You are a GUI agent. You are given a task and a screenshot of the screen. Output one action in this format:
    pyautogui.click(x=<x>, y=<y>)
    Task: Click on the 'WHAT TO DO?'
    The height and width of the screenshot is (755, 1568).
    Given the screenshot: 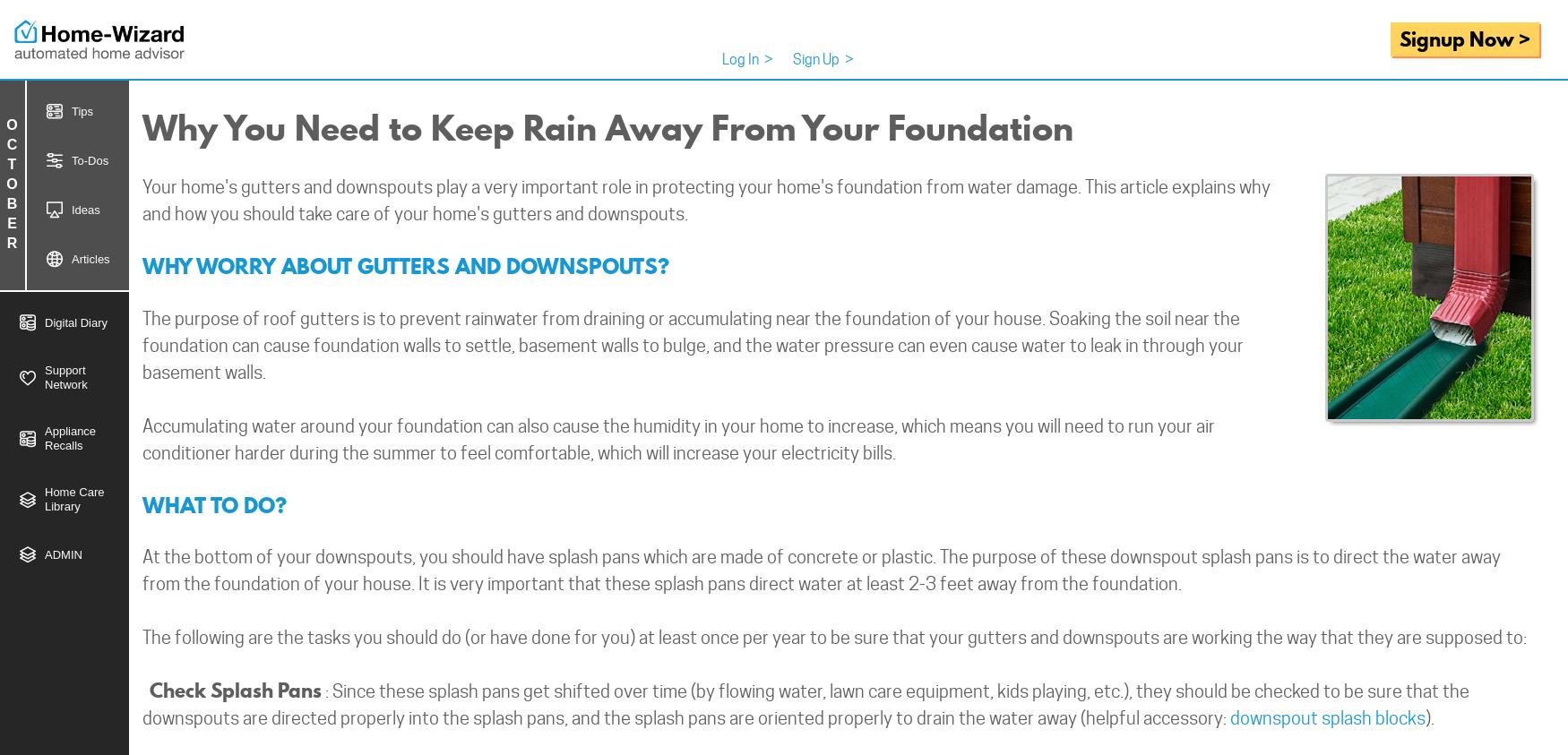 What is the action you would take?
    pyautogui.click(x=214, y=503)
    